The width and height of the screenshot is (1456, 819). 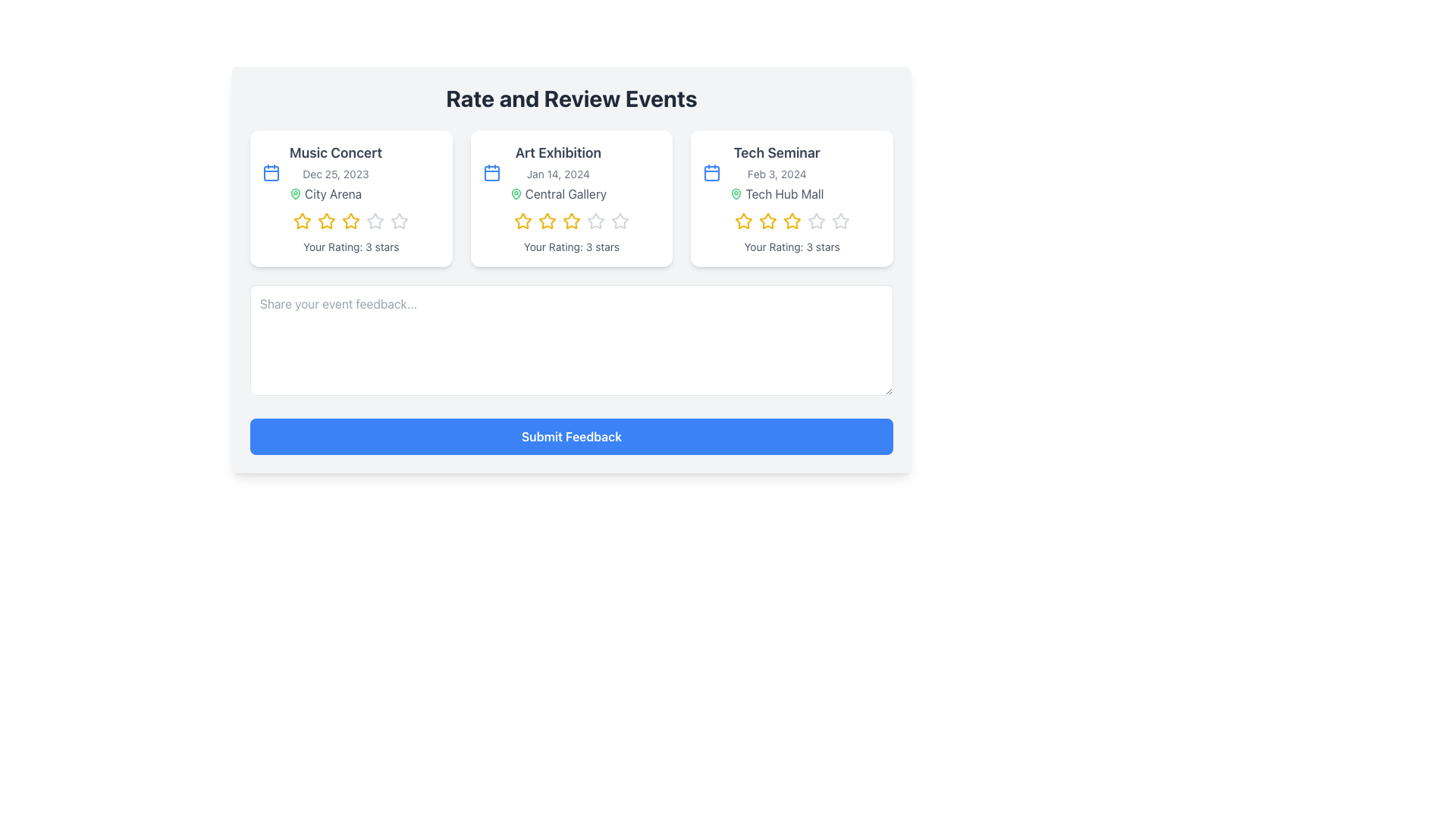 What do you see at coordinates (791, 221) in the screenshot?
I see `the third star in the star rating sequence within the 'Tech Seminar' card to indicate a rating` at bounding box center [791, 221].